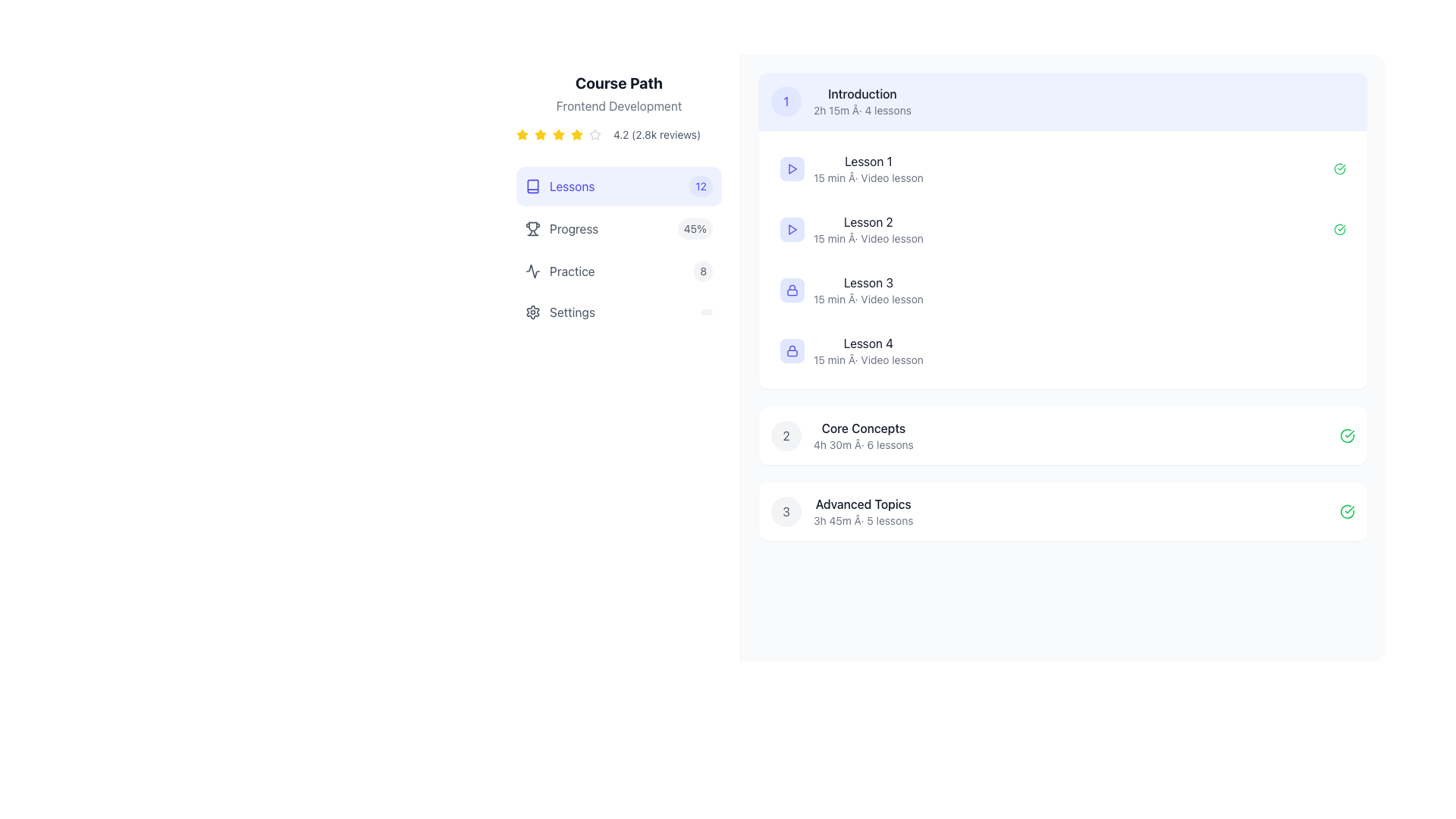 This screenshot has height=819, width=1456. I want to click on the text display component showing '45%' which is located next to the 'Progress' label in the left sidebar of the interface, so click(694, 228).